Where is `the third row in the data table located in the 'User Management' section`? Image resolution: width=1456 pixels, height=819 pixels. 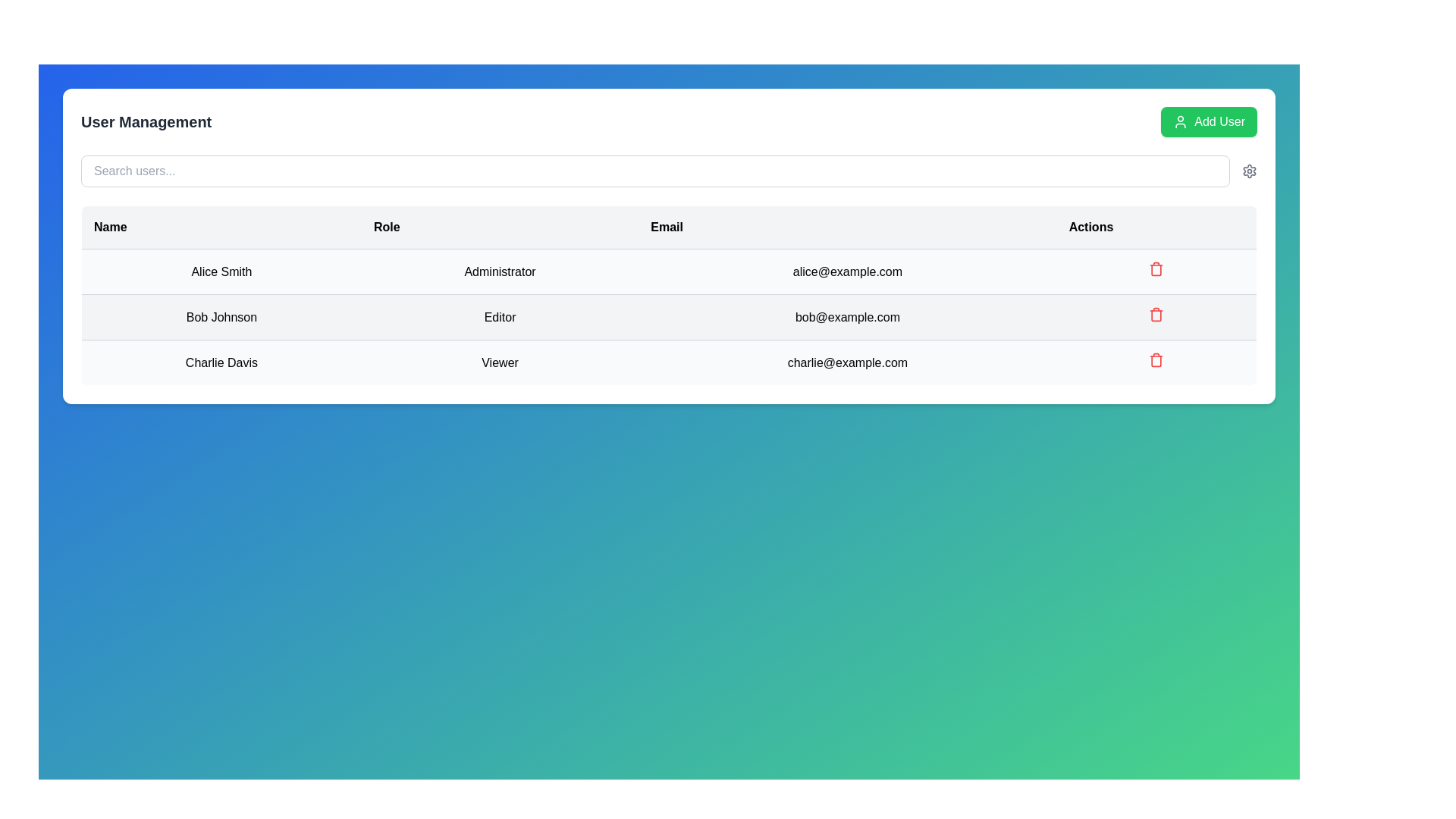
the third row in the data table located in the 'User Management' section is located at coordinates (668, 362).